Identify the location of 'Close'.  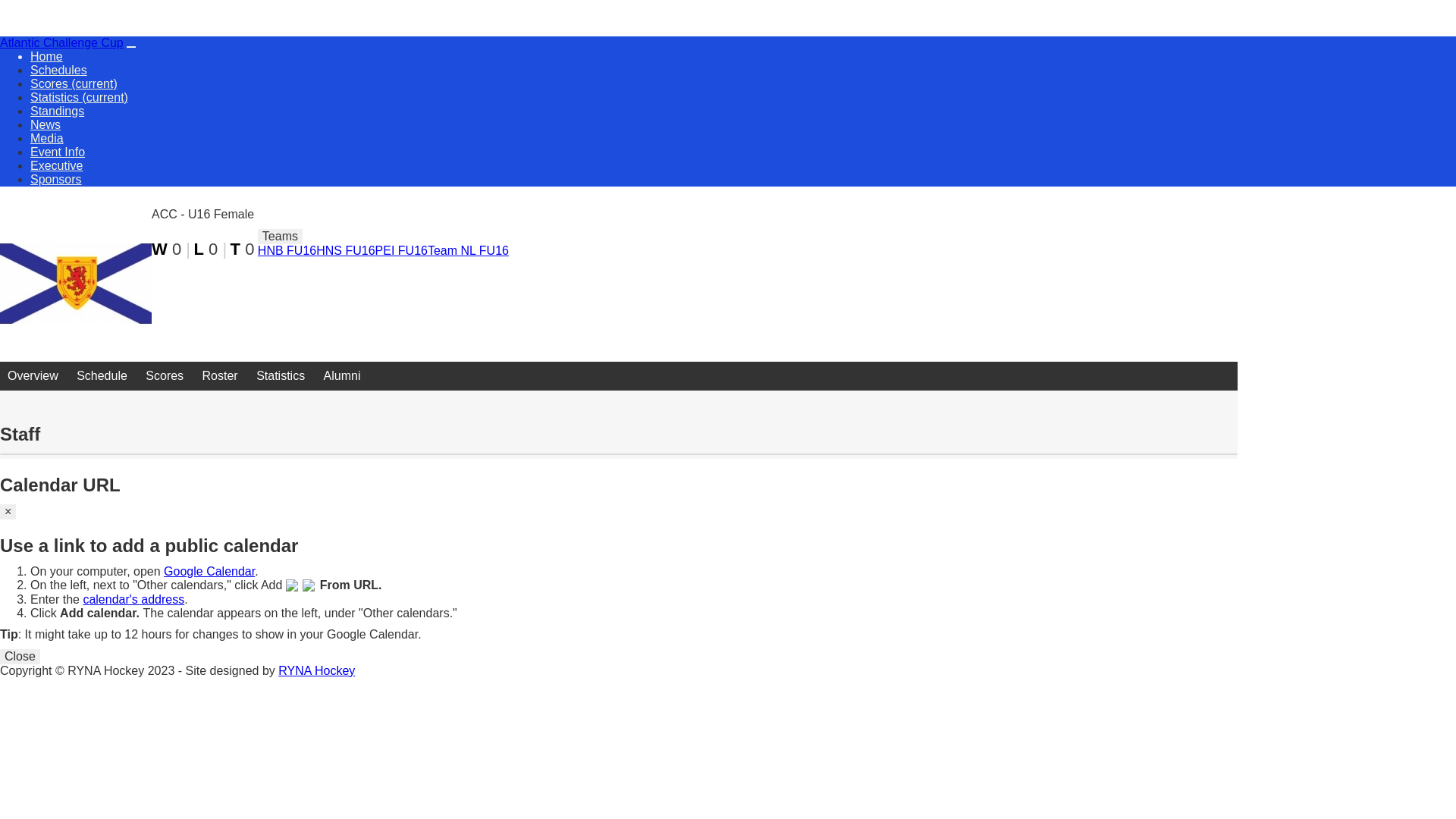
(20, 656).